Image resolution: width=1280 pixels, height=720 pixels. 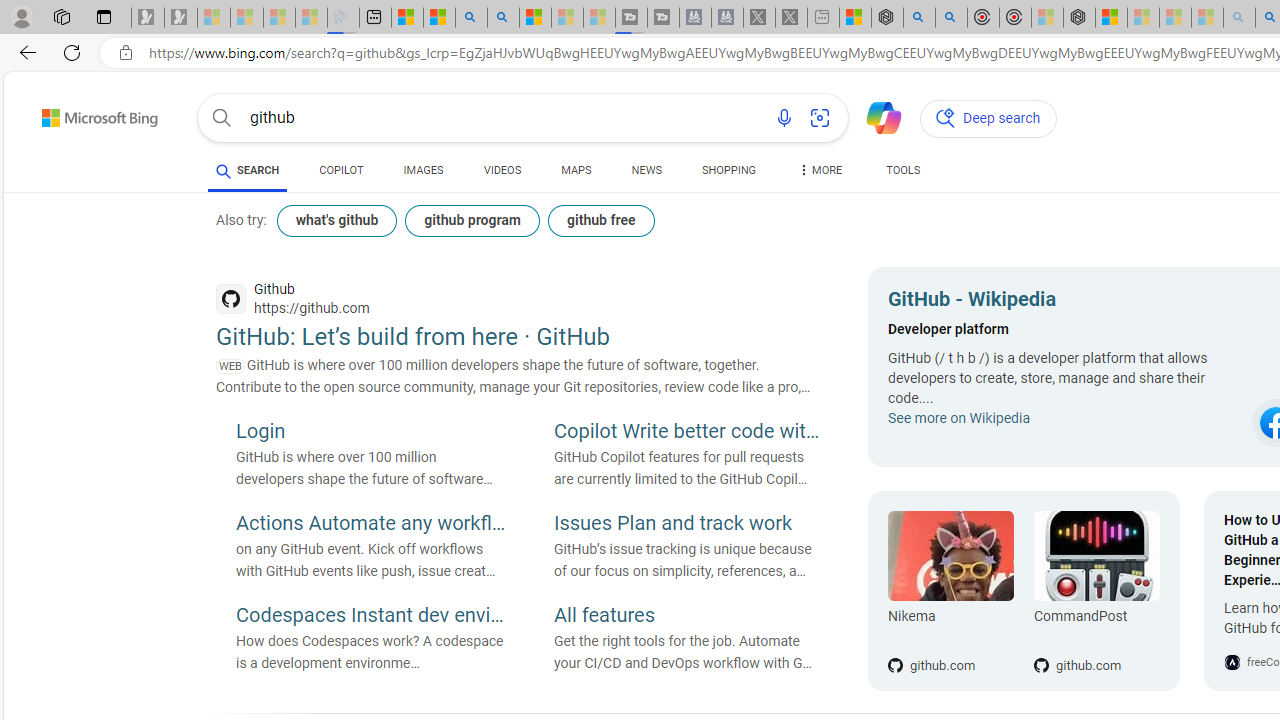 I want to click on 'Copilot Write better code with AI', so click(x=689, y=432).